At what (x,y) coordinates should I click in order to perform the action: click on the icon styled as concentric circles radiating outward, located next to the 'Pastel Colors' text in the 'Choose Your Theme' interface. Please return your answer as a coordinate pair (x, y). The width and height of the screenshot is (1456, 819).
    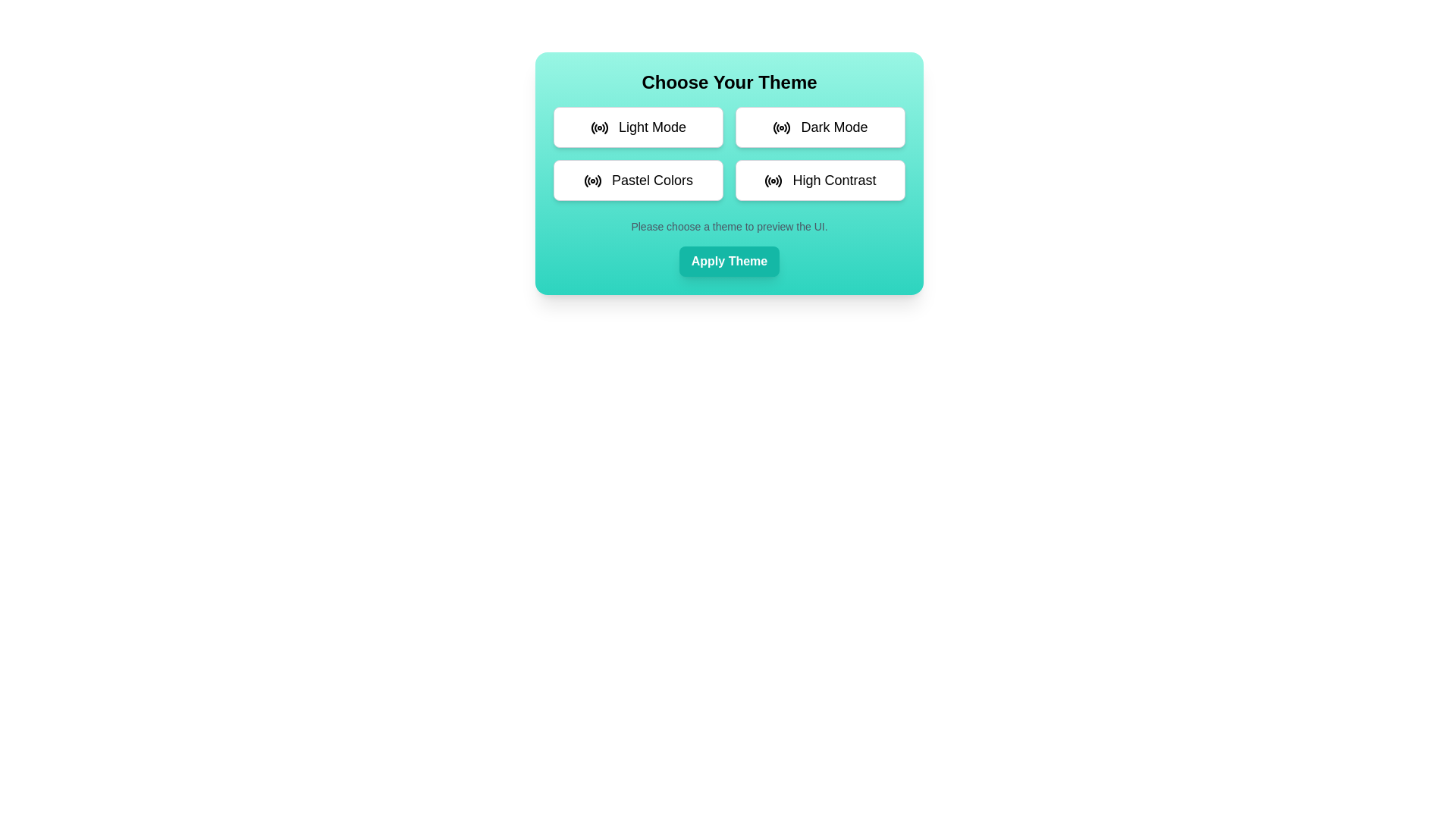
    Looking at the image, I should click on (592, 180).